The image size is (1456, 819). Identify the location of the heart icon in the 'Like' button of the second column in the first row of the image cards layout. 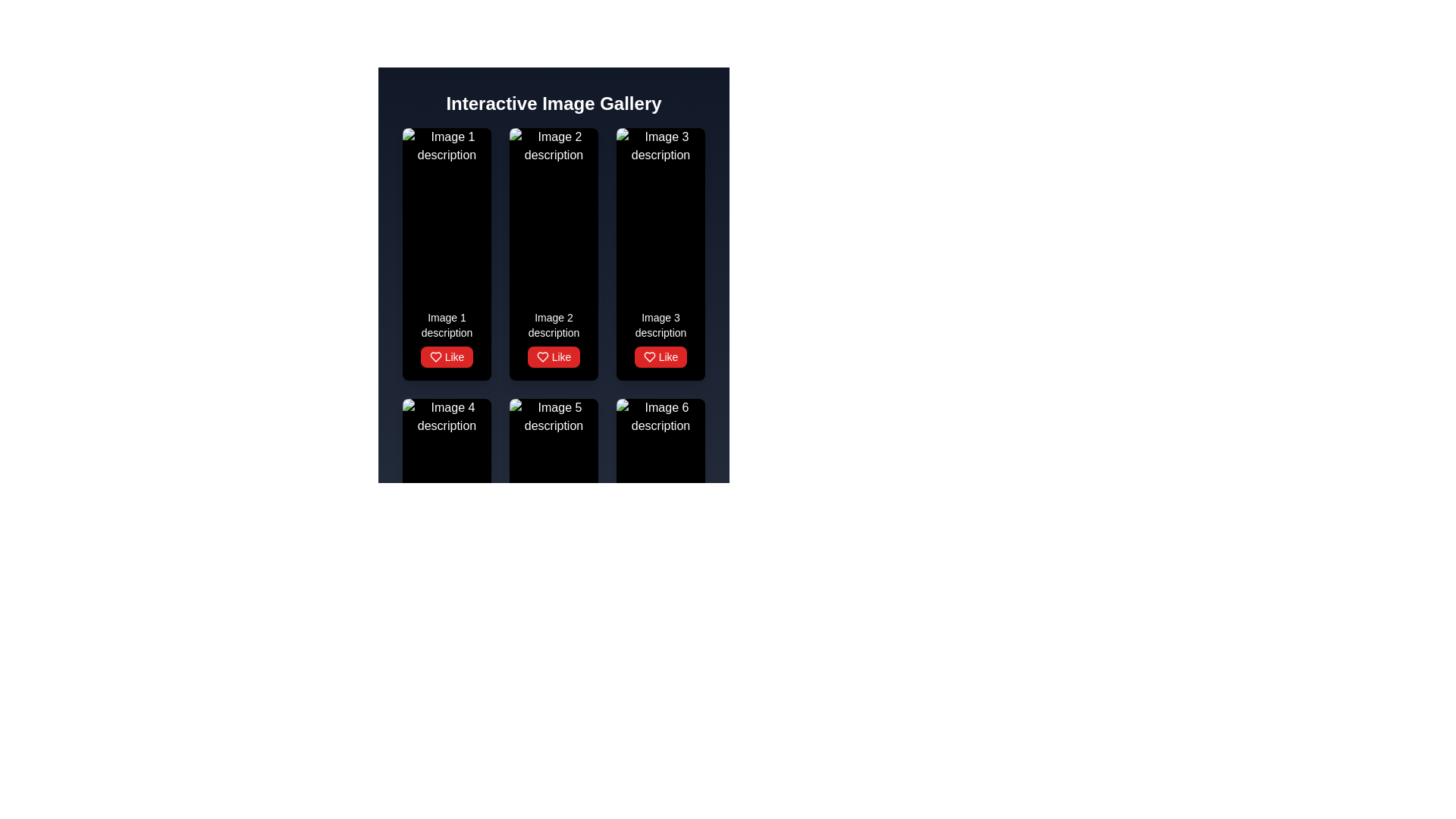
(542, 356).